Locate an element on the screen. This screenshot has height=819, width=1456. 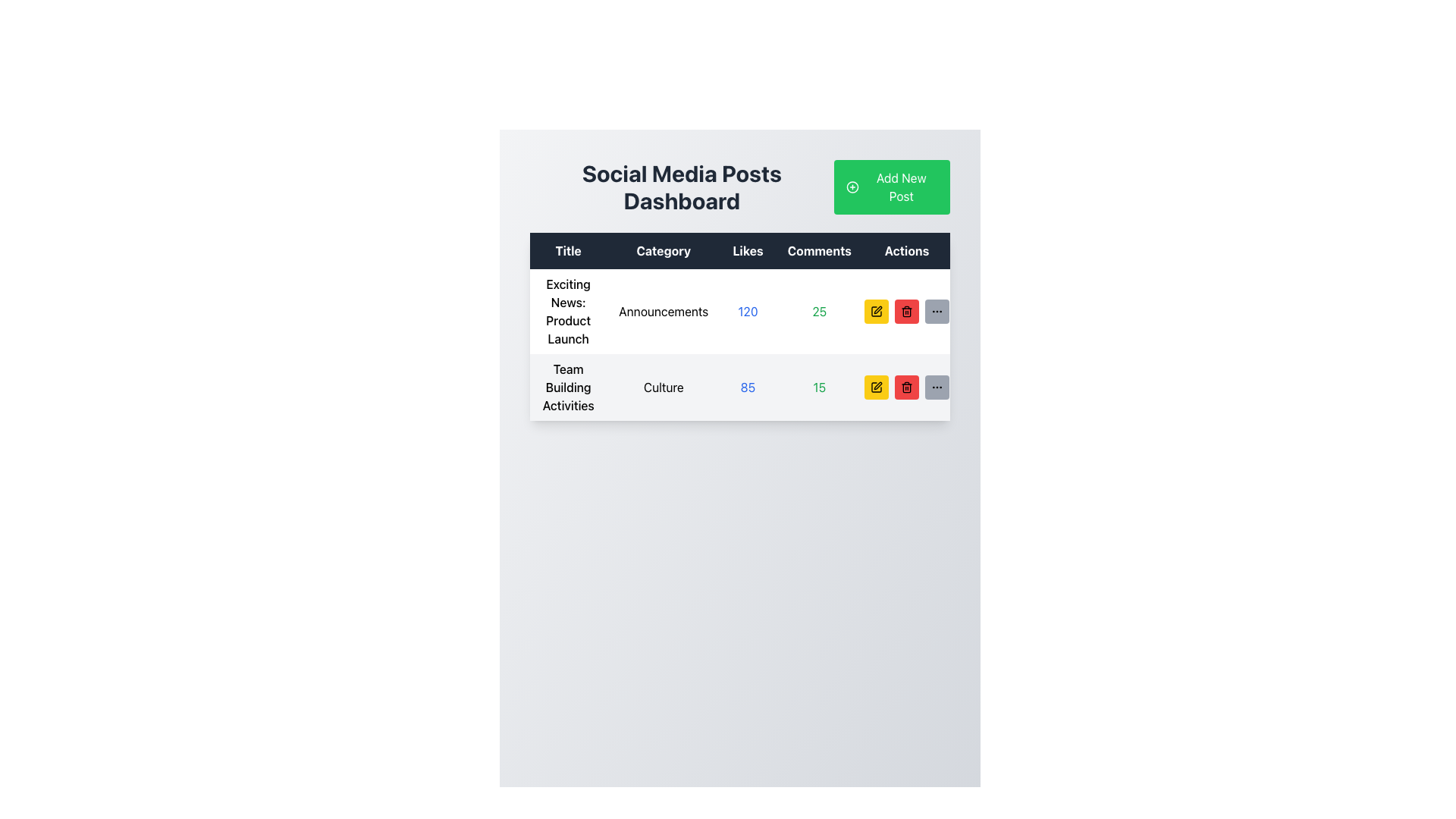
contents of the first row in the table displaying 'Exciting News: Product Launch Announcements 12025' is located at coordinates (739, 311).